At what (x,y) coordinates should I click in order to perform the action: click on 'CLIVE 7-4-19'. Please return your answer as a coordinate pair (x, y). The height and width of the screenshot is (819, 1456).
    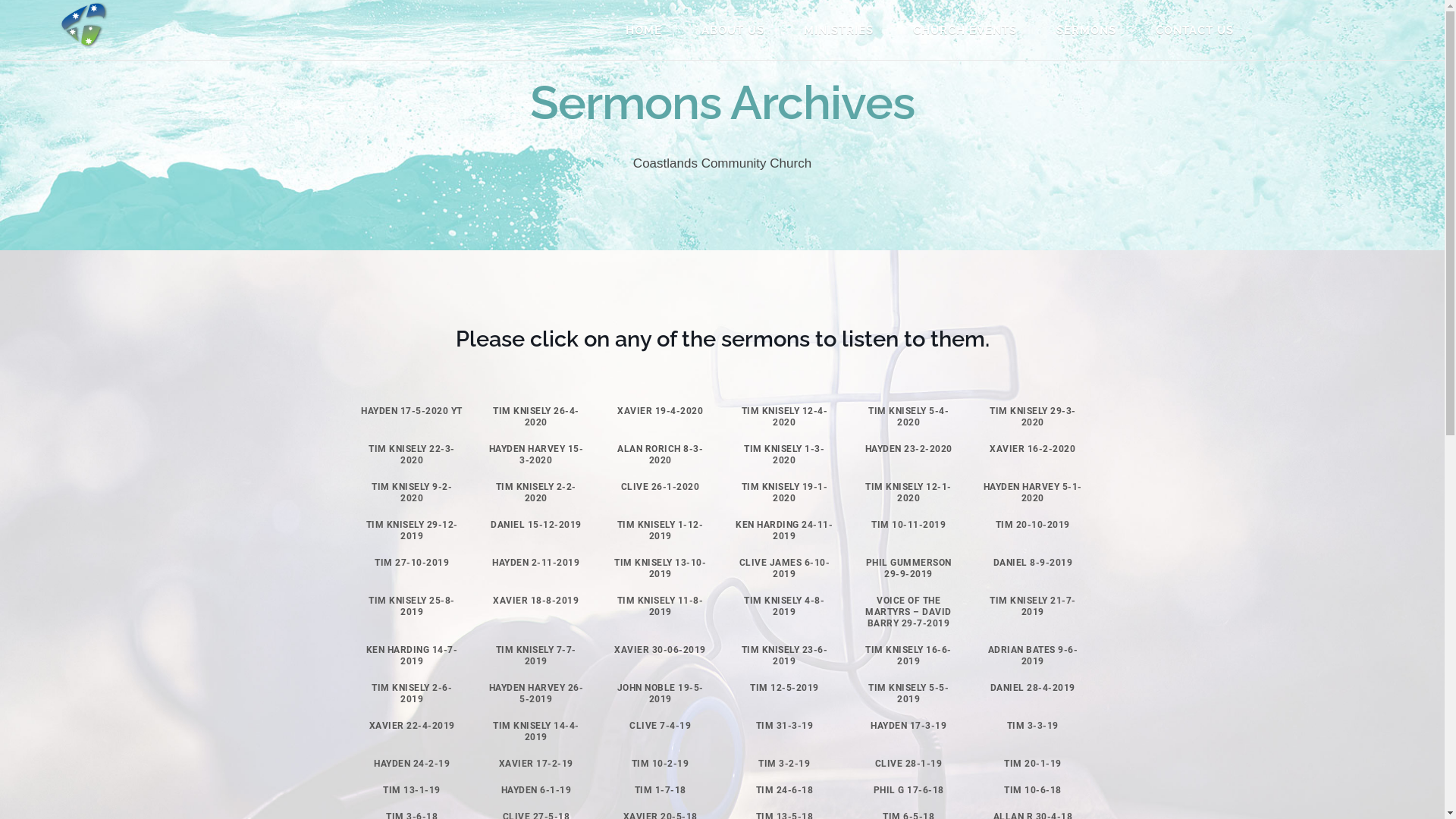
    Looking at the image, I should click on (660, 724).